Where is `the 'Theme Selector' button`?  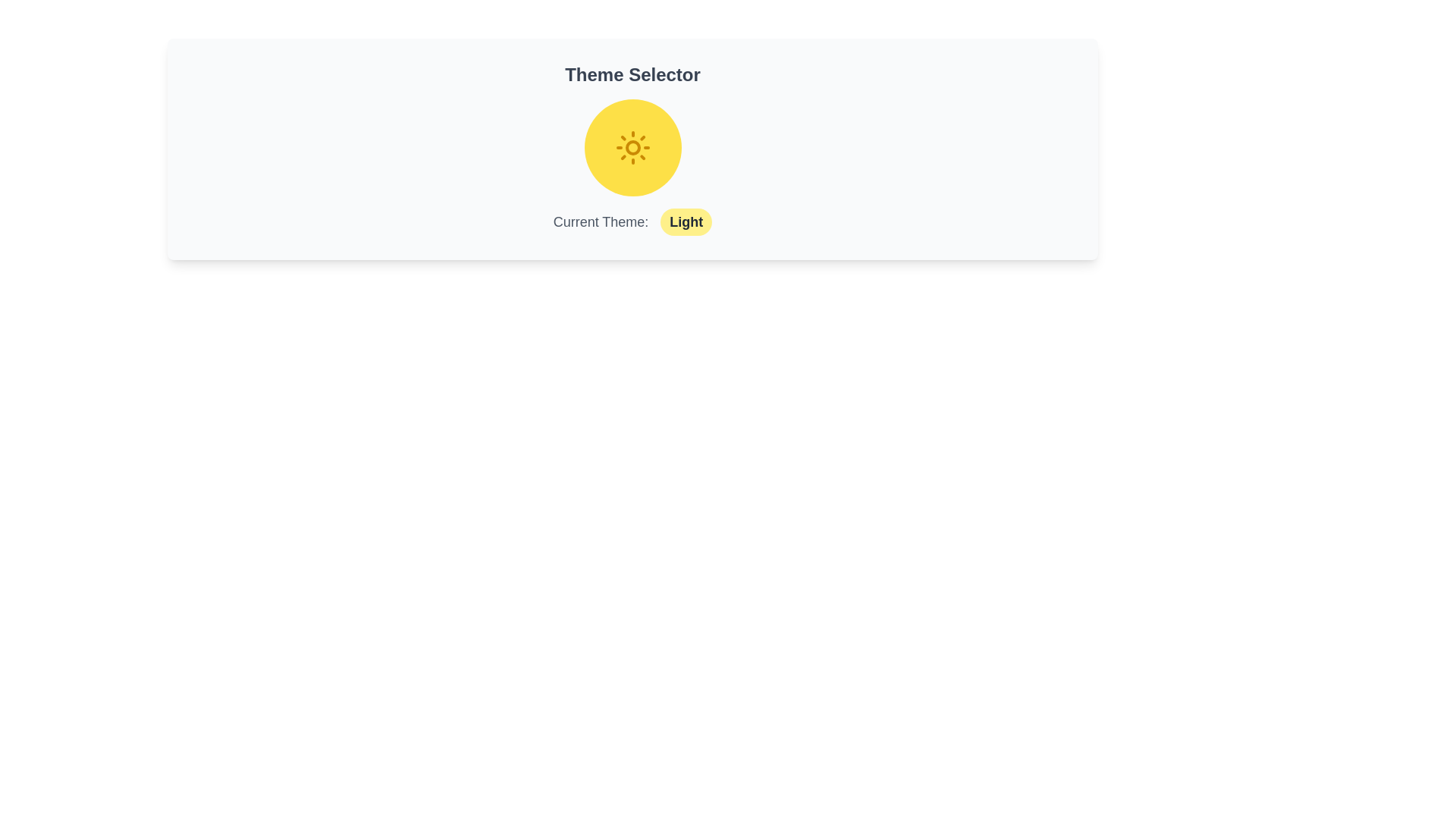
the 'Theme Selector' button is located at coordinates (632, 148).